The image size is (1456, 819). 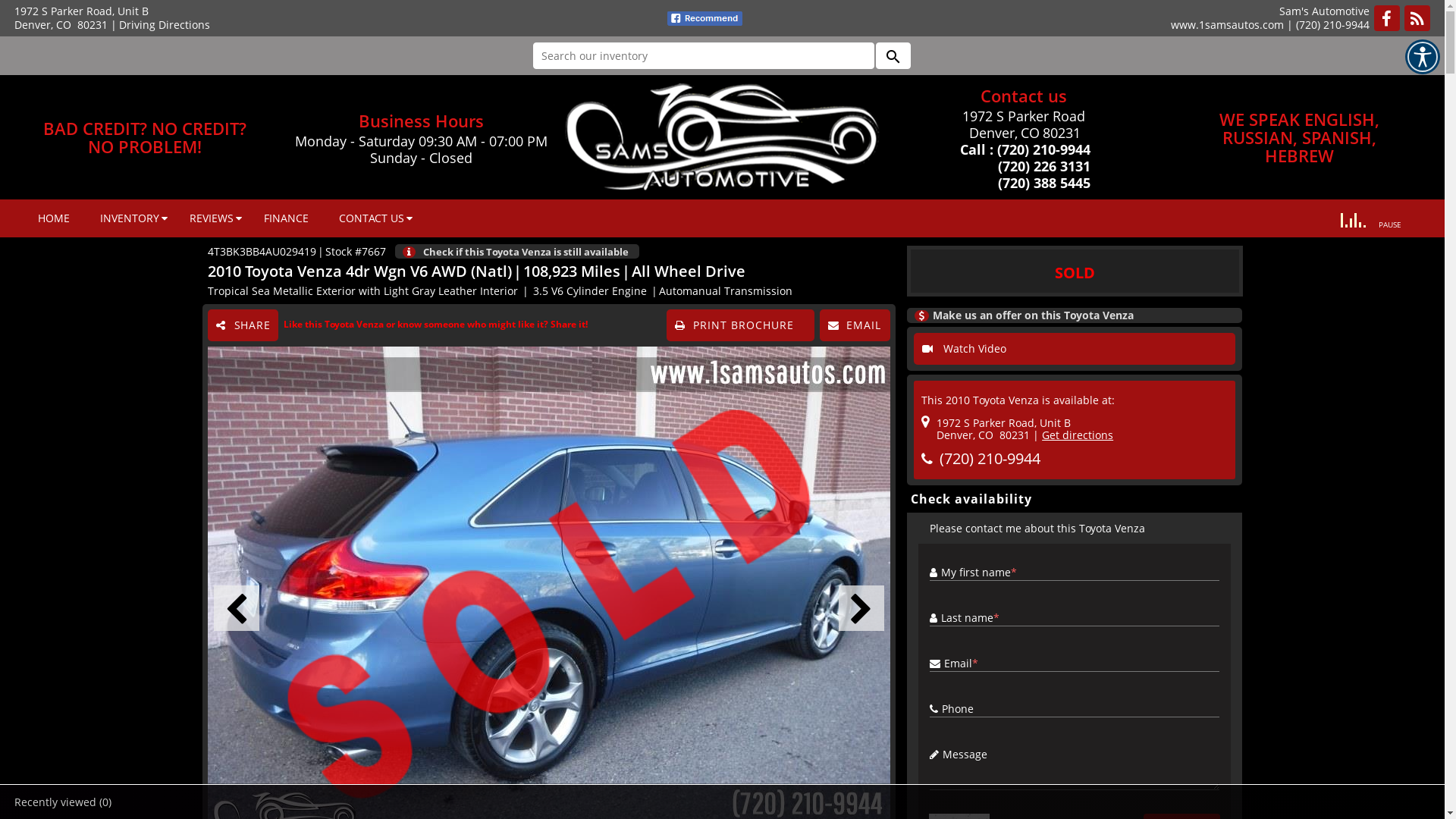 I want to click on 'fb recommend', so click(x=704, y=18).